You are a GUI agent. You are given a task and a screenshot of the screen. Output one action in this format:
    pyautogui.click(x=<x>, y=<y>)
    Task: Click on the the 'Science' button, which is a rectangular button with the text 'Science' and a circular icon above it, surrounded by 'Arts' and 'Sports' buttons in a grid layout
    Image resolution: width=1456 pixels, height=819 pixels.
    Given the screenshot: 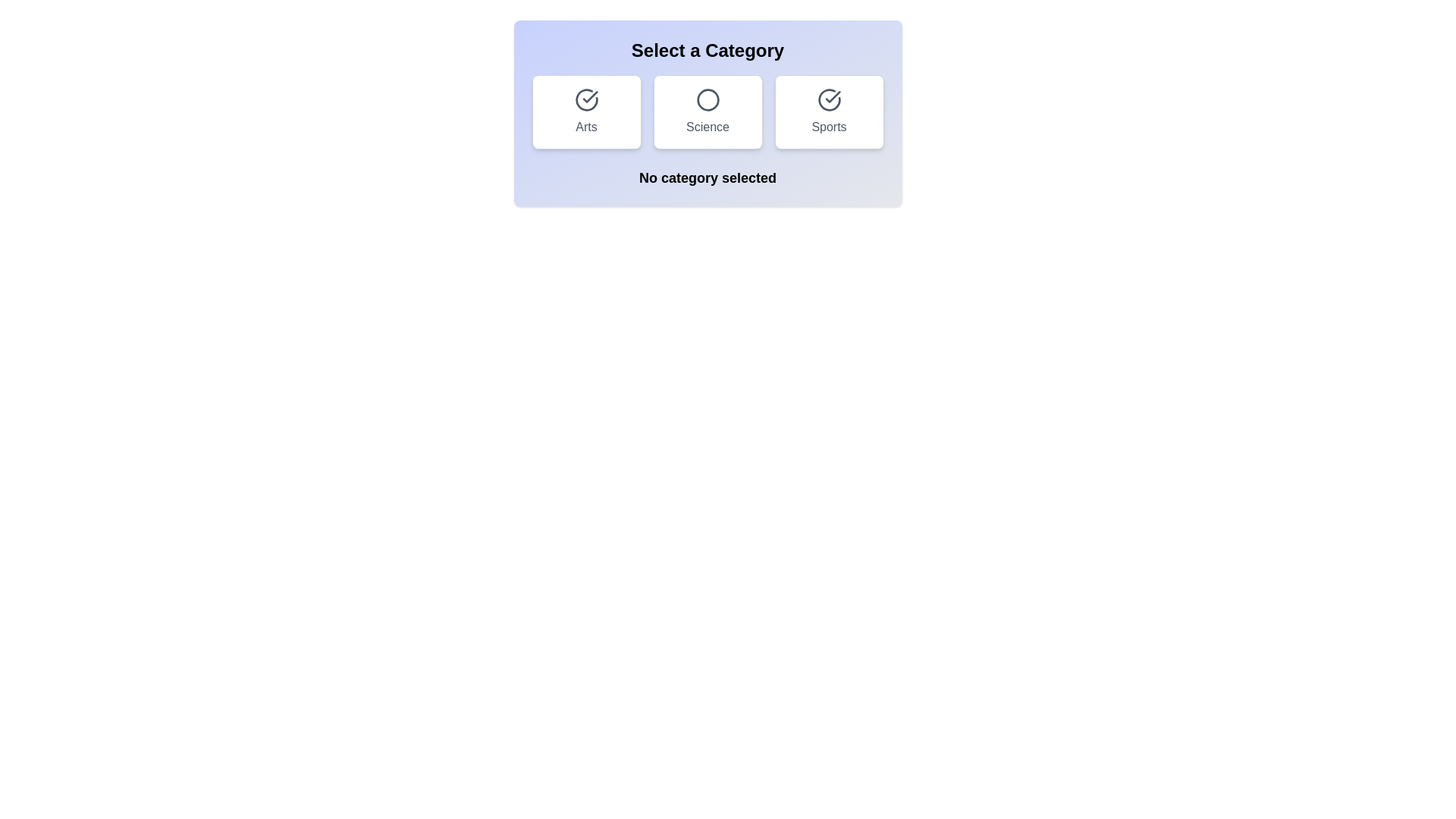 What is the action you would take?
    pyautogui.click(x=707, y=111)
    